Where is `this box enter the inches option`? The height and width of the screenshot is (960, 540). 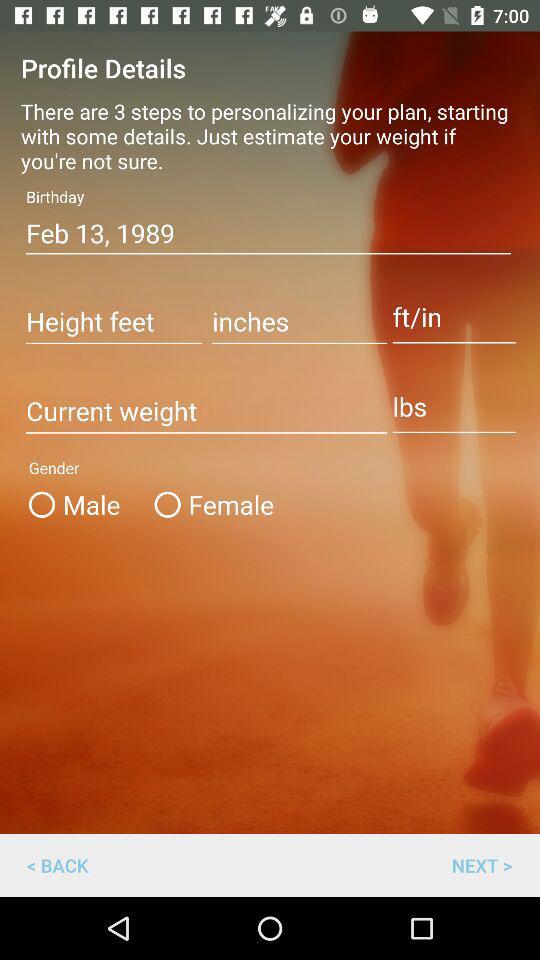
this box enter the inches option is located at coordinates (298, 323).